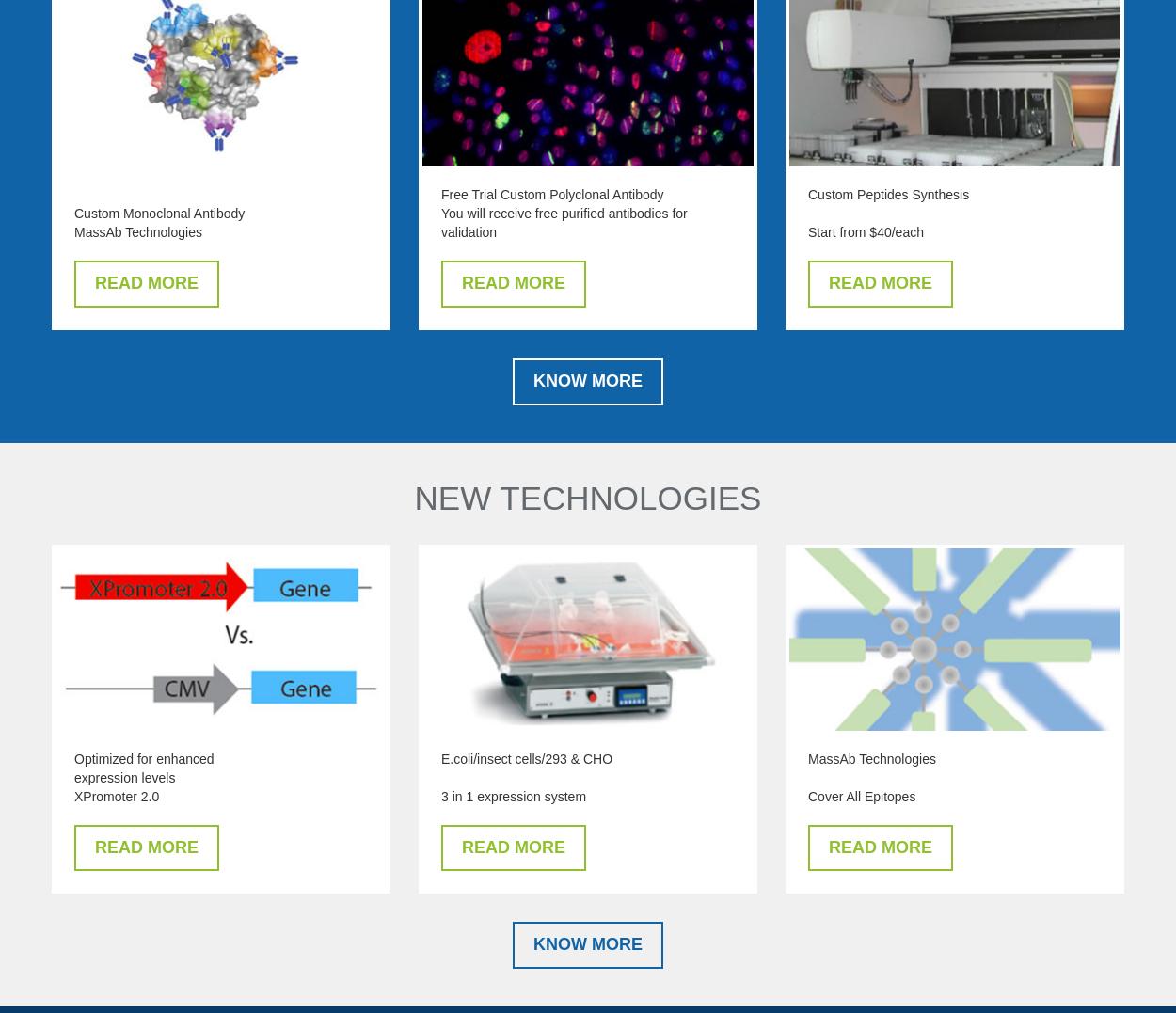 The width and height of the screenshot is (1176, 1013). What do you see at coordinates (527, 758) in the screenshot?
I see `'E.coli/insect cells/293 & CHO'` at bounding box center [527, 758].